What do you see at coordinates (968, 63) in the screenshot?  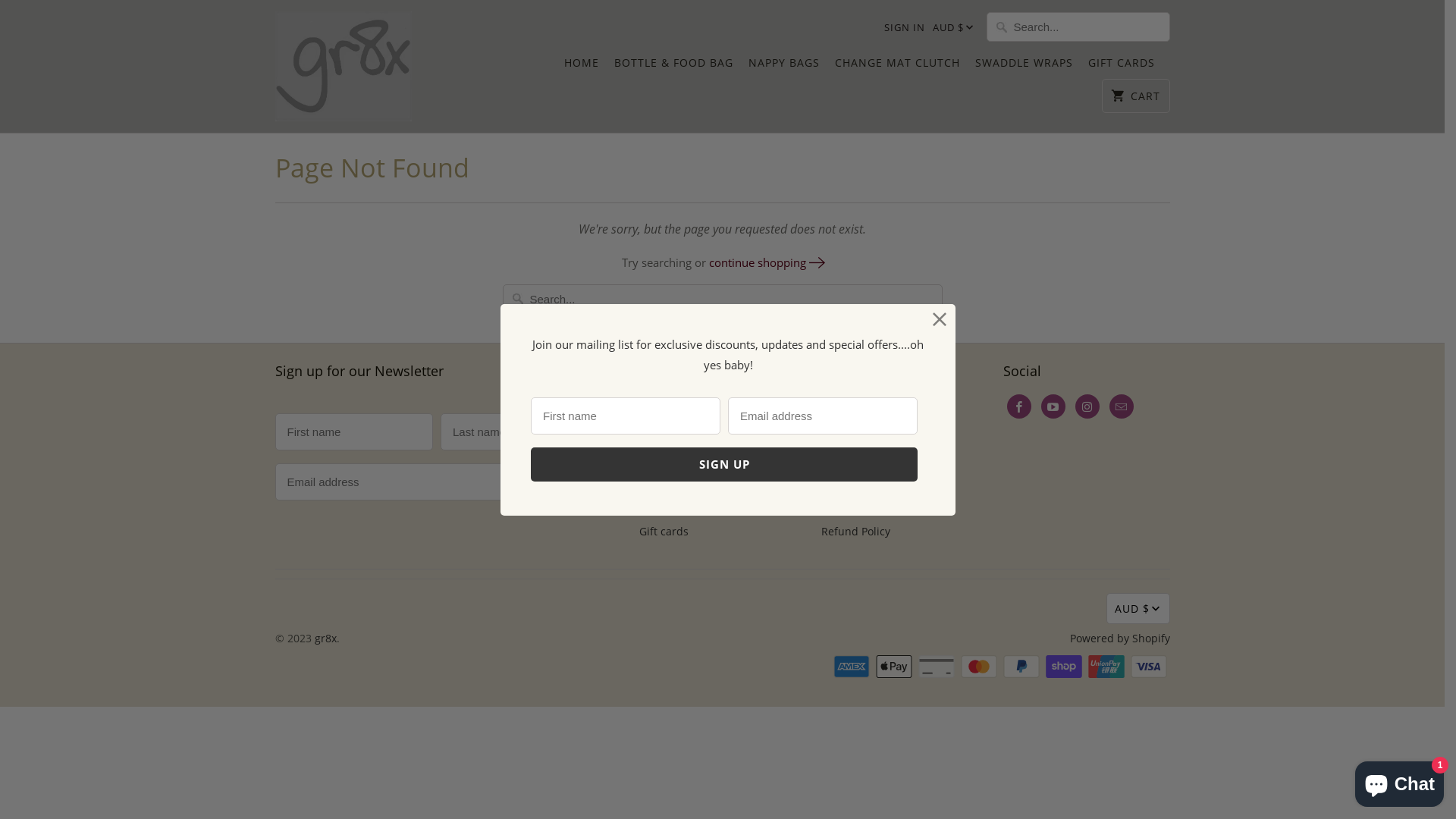 I see `'AED'` at bounding box center [968, 63].